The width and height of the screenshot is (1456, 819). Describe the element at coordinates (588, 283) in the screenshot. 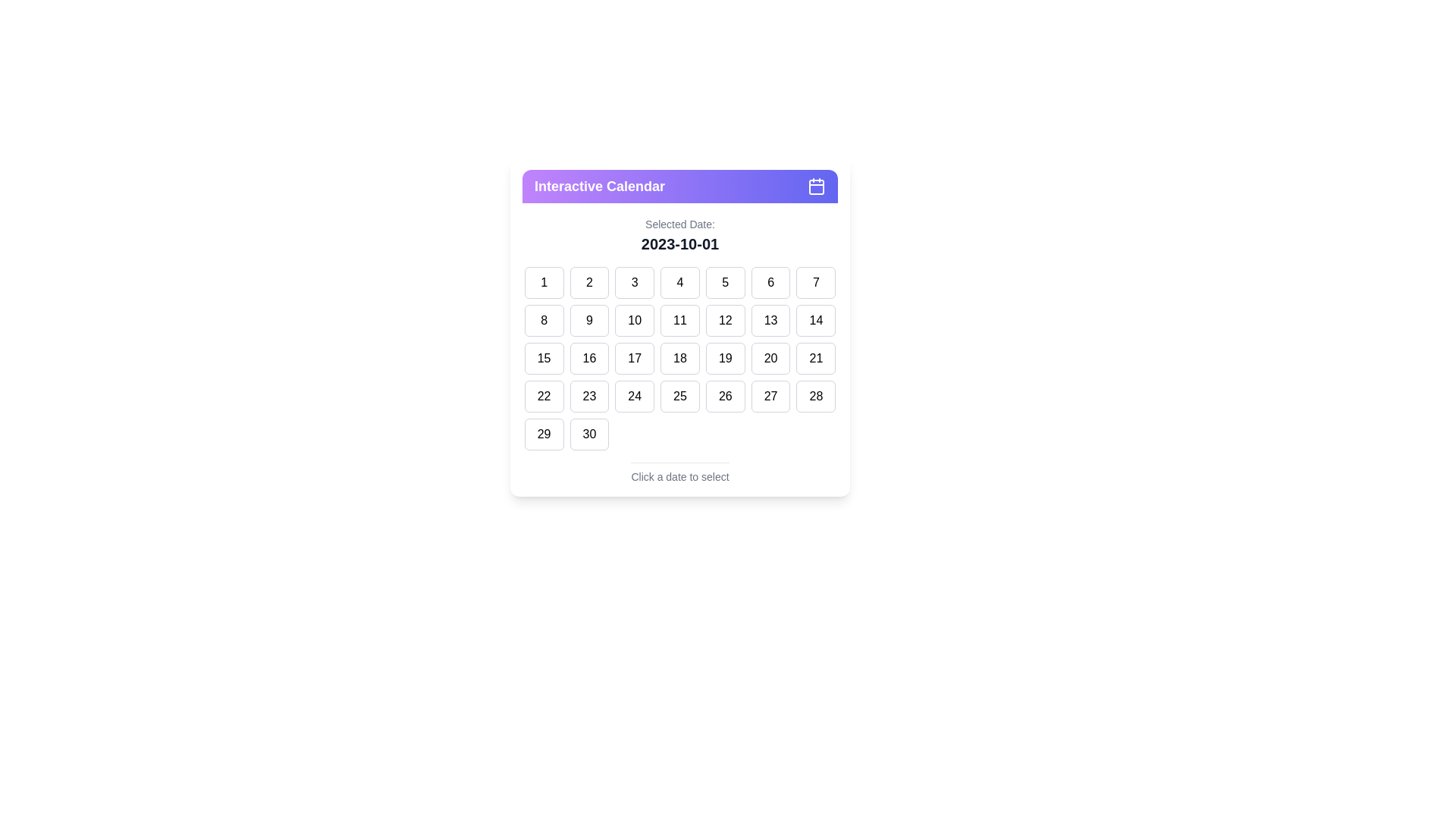

I see `the date selection button for '2' in the calendar to change its background color` at that location.